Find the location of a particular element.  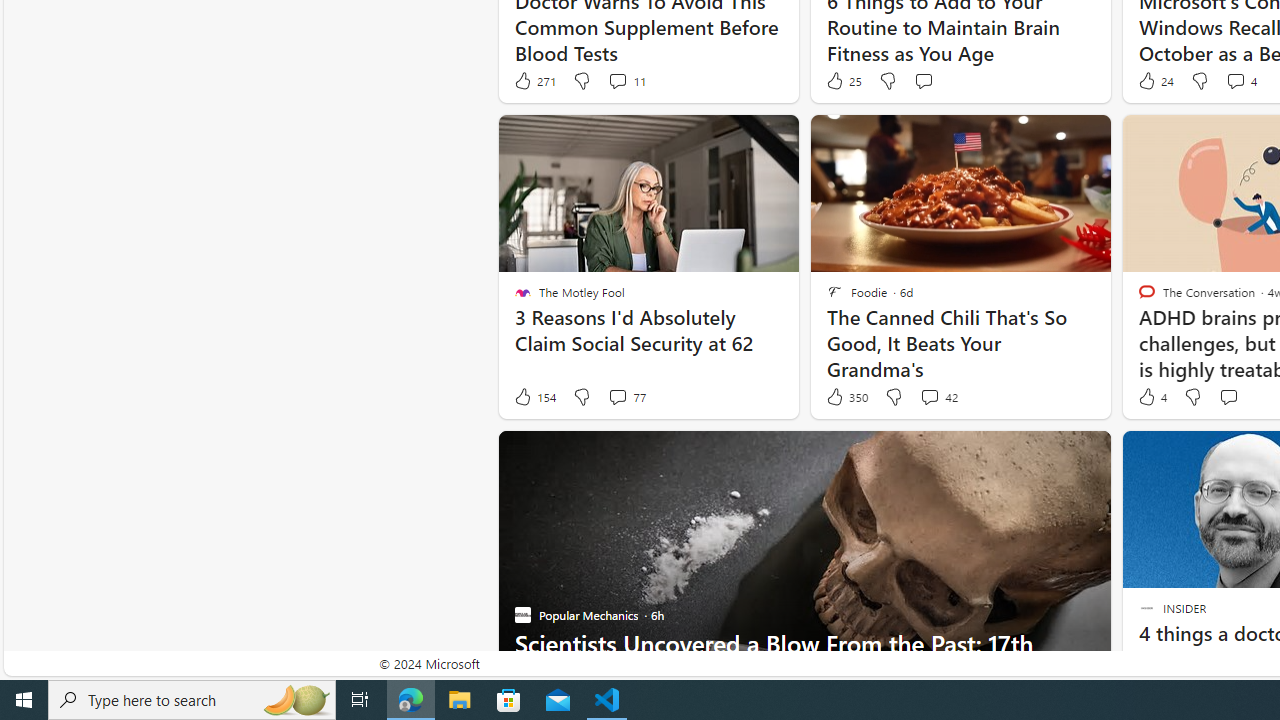

'25 Like' is located at coordinates (843, 80).